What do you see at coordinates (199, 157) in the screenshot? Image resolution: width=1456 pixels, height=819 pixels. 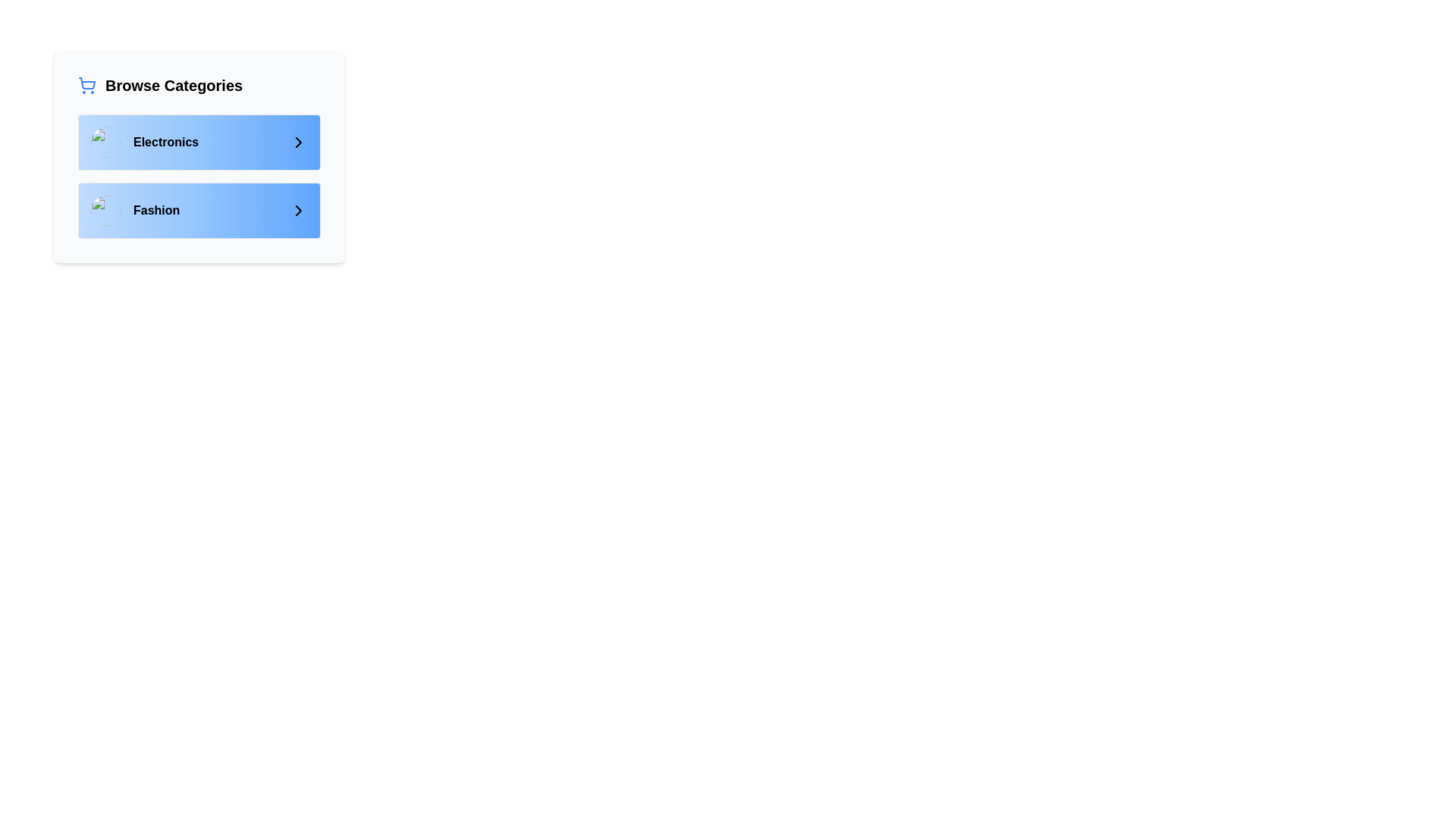 I see `the 'Electronics' category item row located within the 'Browse Categories' card` at bounding box center [199, 157].